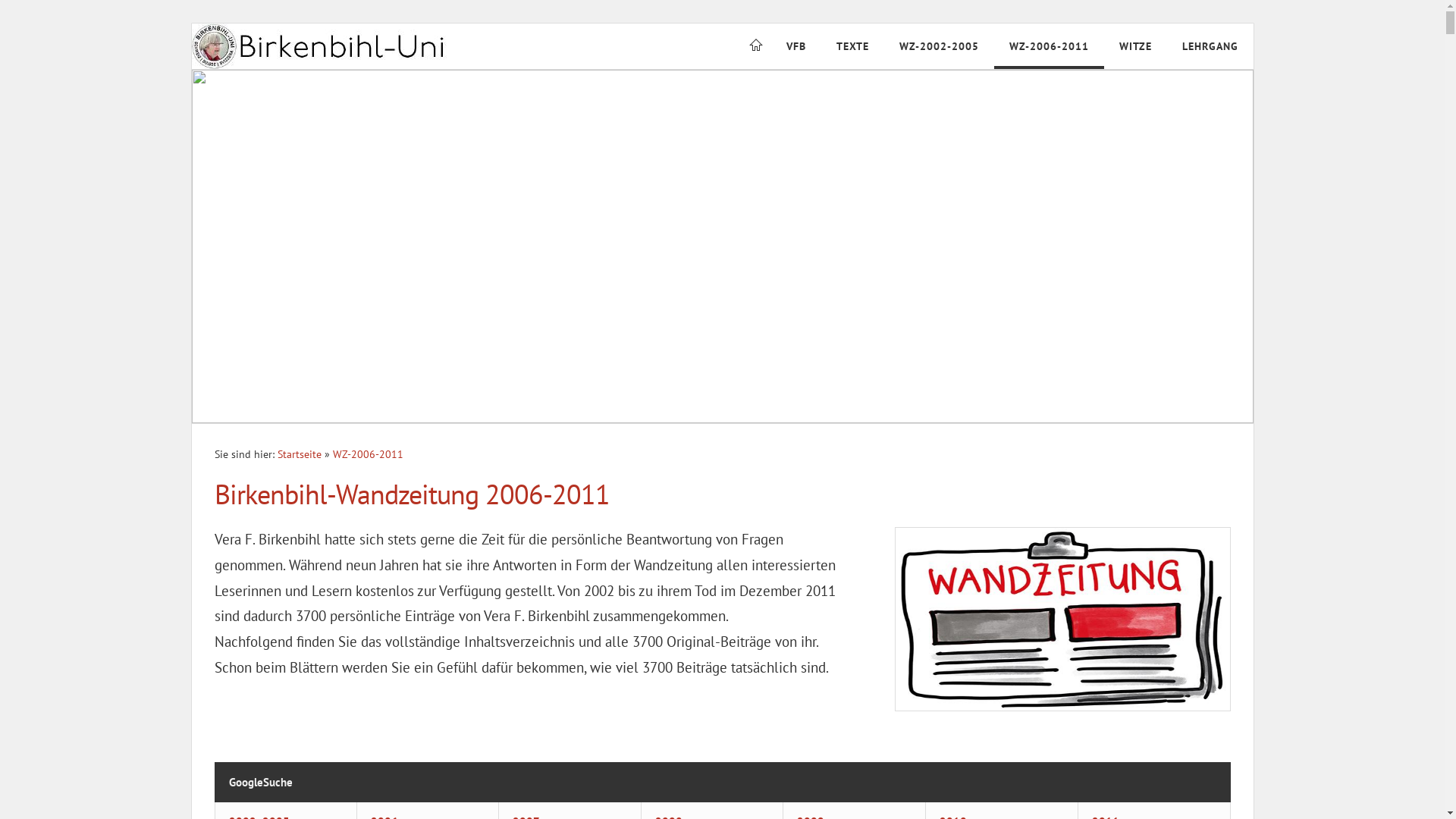  What do you see at coordinates (852, 45) in the screenshot?
I see `'TEXTE'` at bounding box center [852, 45].